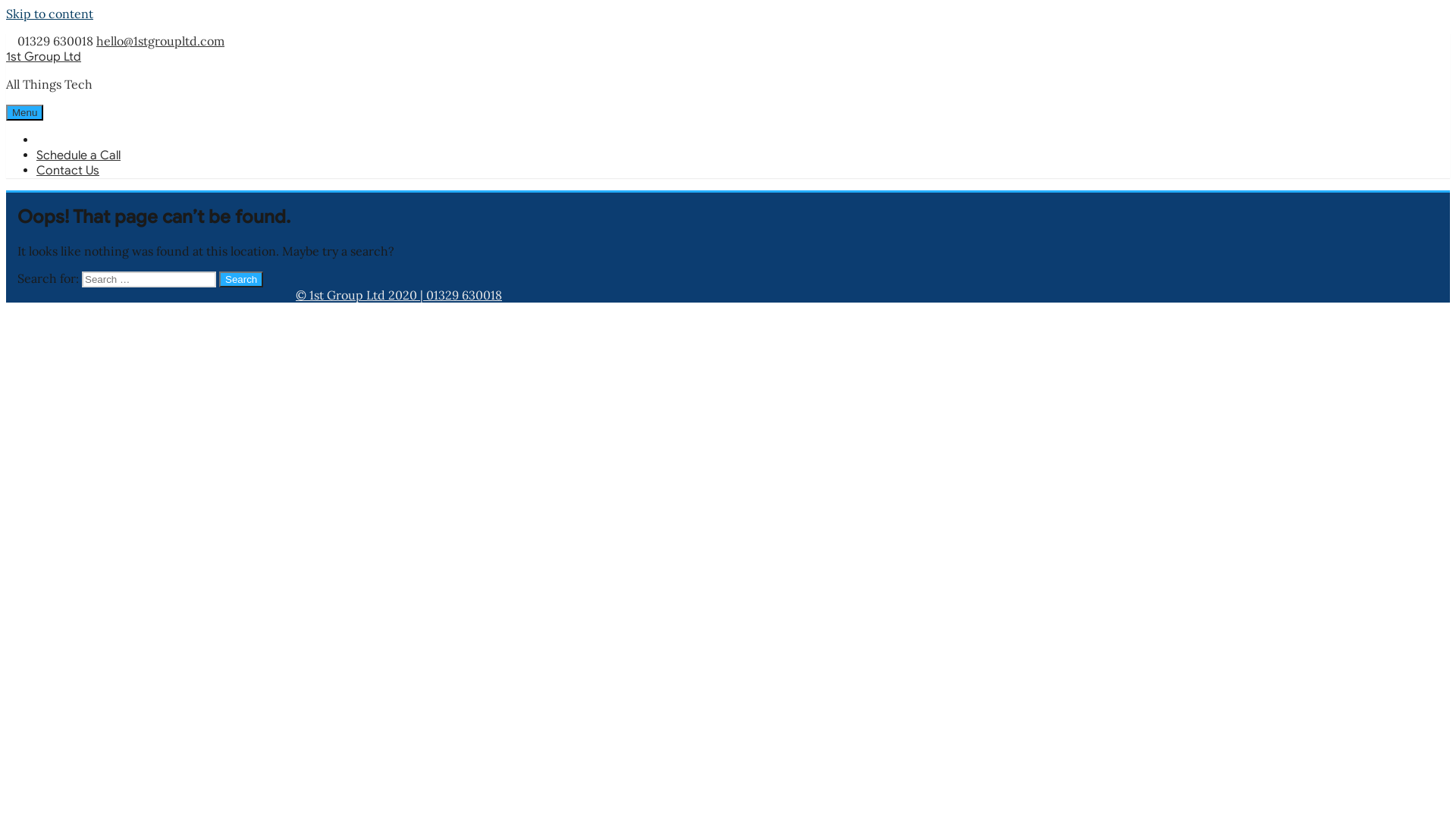 The width and height of the screenshot is (1456, 819). I want to click on 'Contact Us', so click(67, 170).